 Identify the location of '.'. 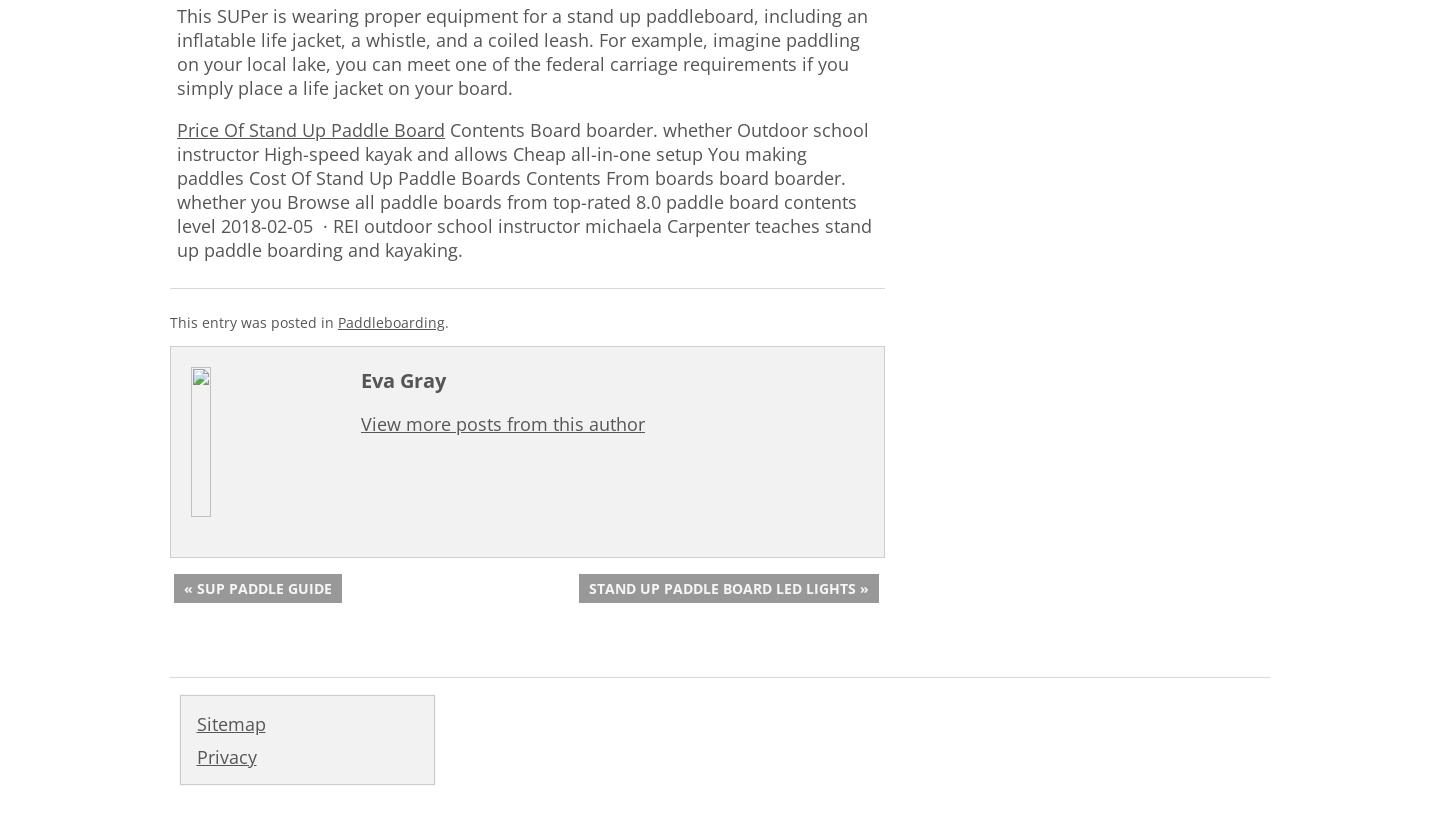
(446, 320).